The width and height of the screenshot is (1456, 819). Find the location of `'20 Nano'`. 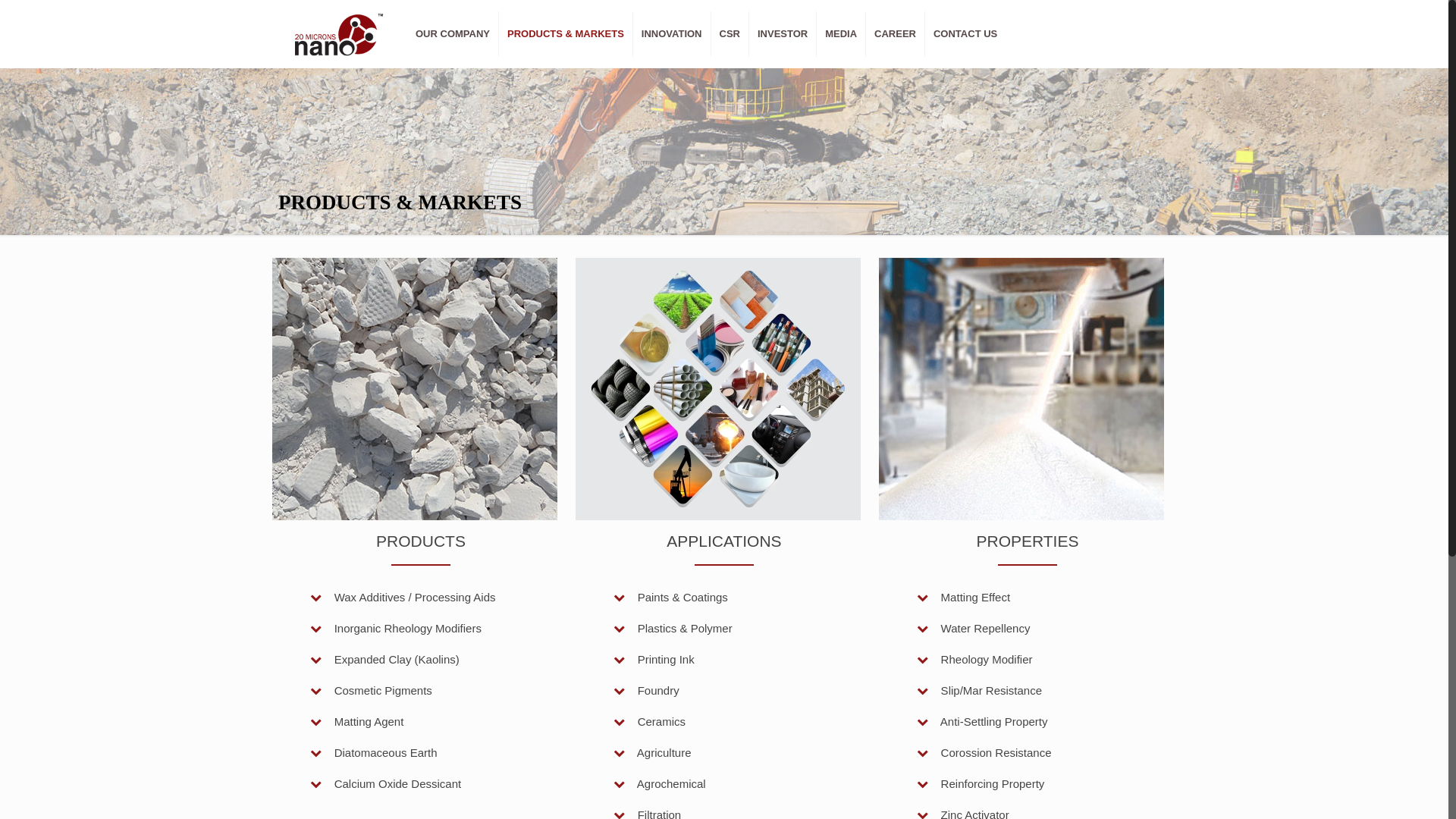

'20 Nano' is located at coordinates (337, 34).